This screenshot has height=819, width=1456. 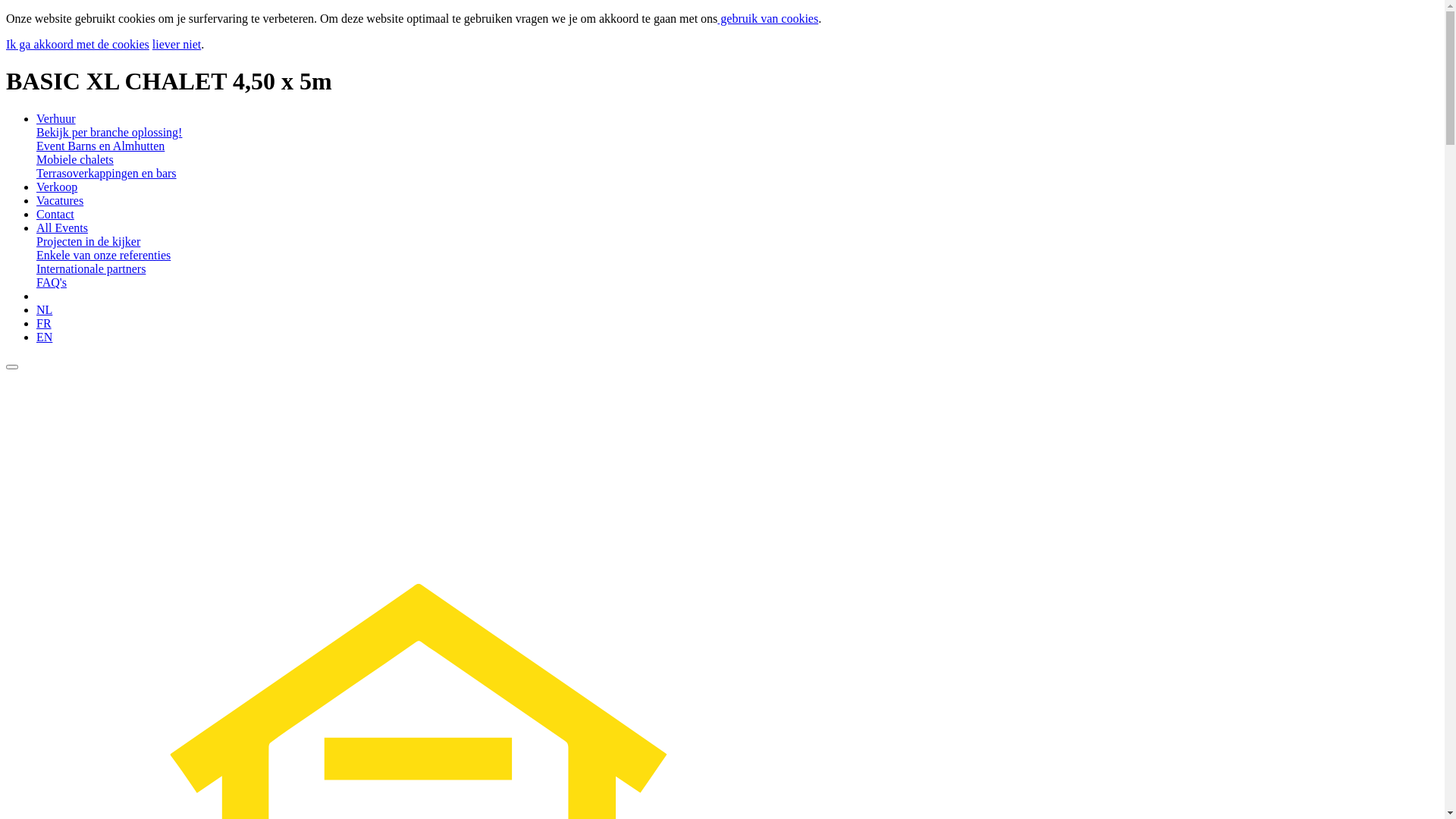 I want to click on 'Mobiele chalets', so click(x=36, y=159).